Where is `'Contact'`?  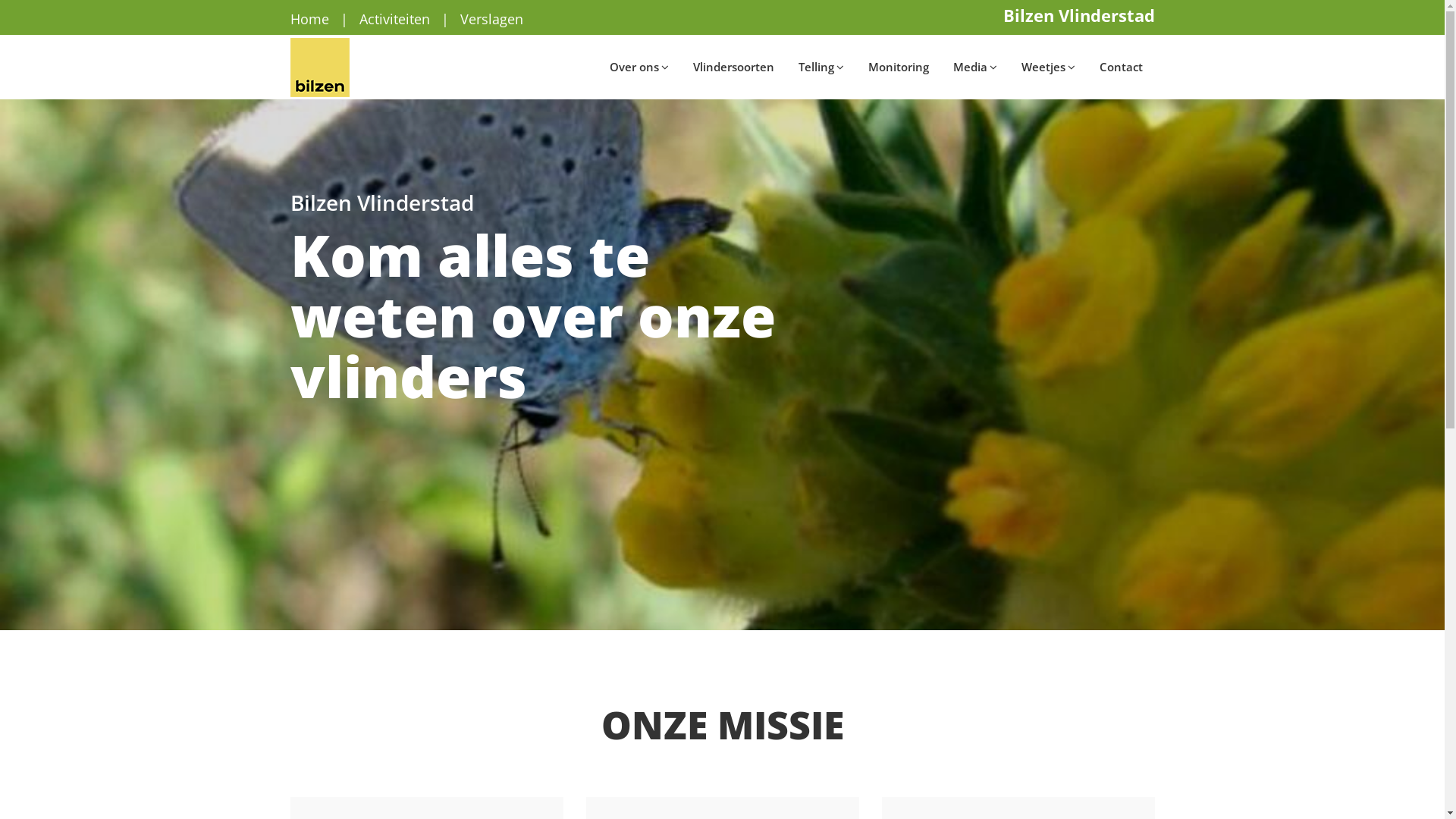 'Contact' is located at coordinates (1121, 66).